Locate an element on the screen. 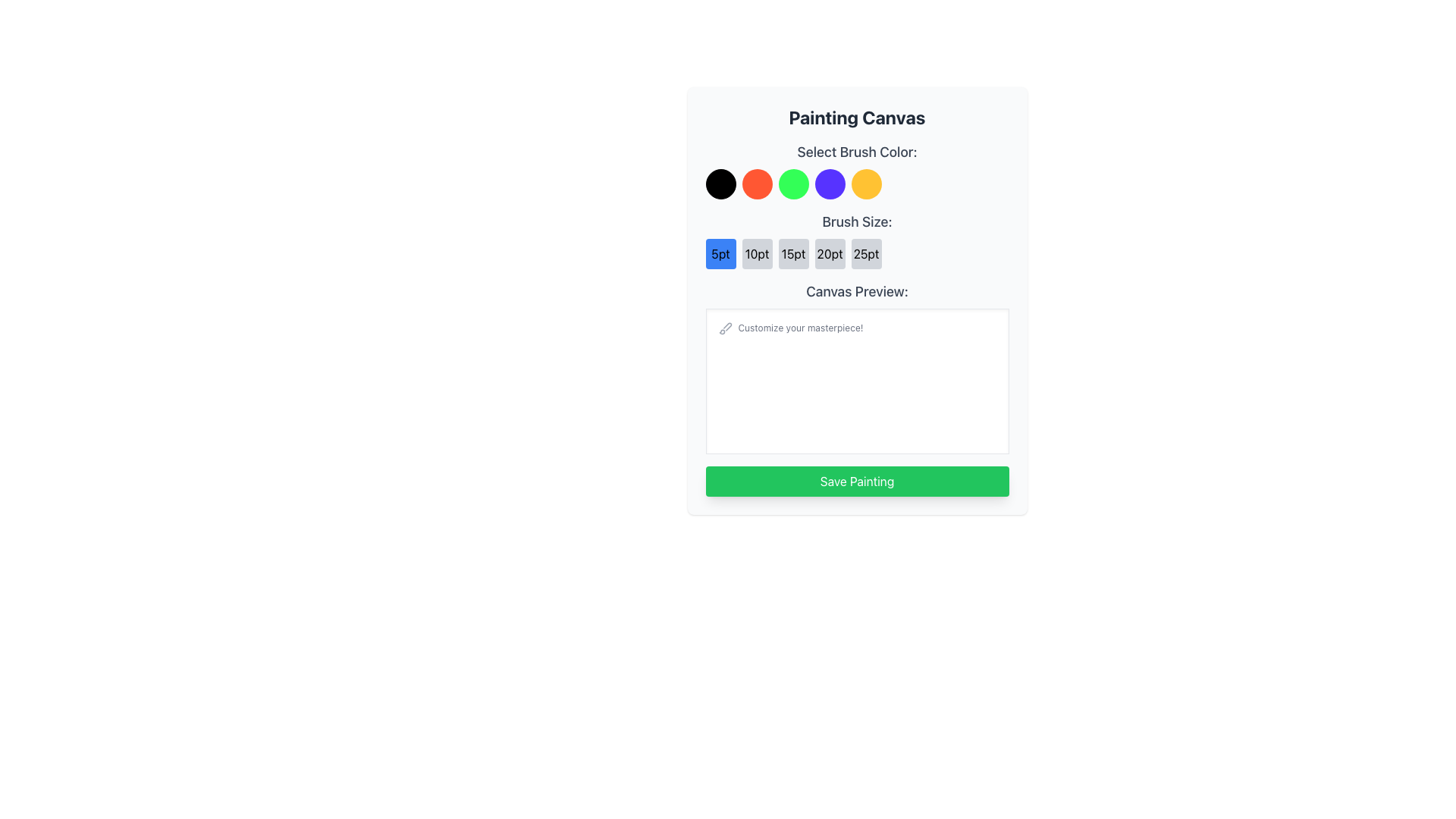 The height and width of the screenshot is (819, 1456). the button that sets the brush size to 25 points, located on the rightmost side of a group of buttons beneath the 'Brush Size:' label in the 'Painting Canvas' panel is located at coordinates (866, 253).